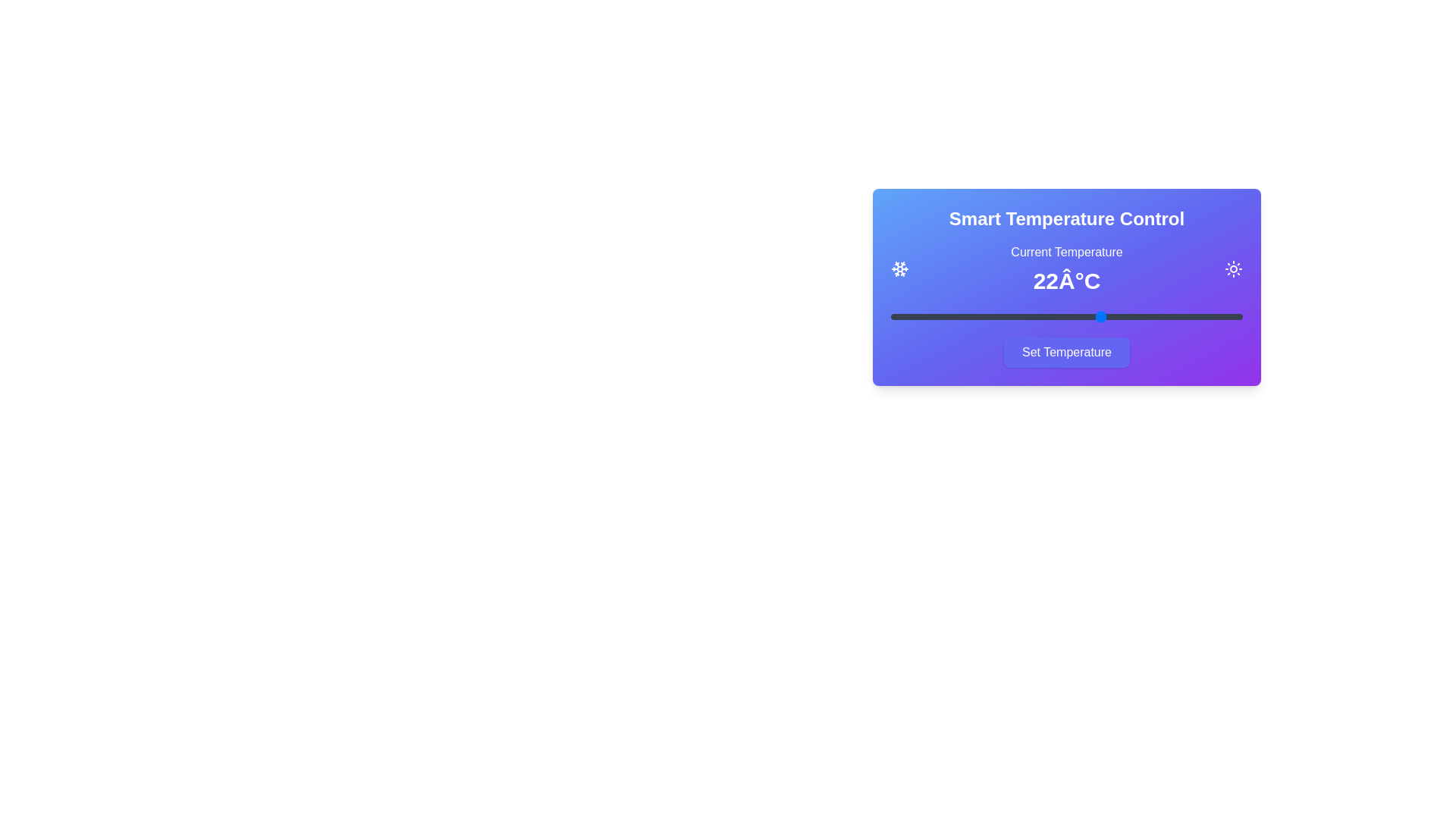  I want to click on the sun-like icon, which visually represents sunny conditions, located at the rightmost side of the 'Current Temperature' section, so click(1234, 268).